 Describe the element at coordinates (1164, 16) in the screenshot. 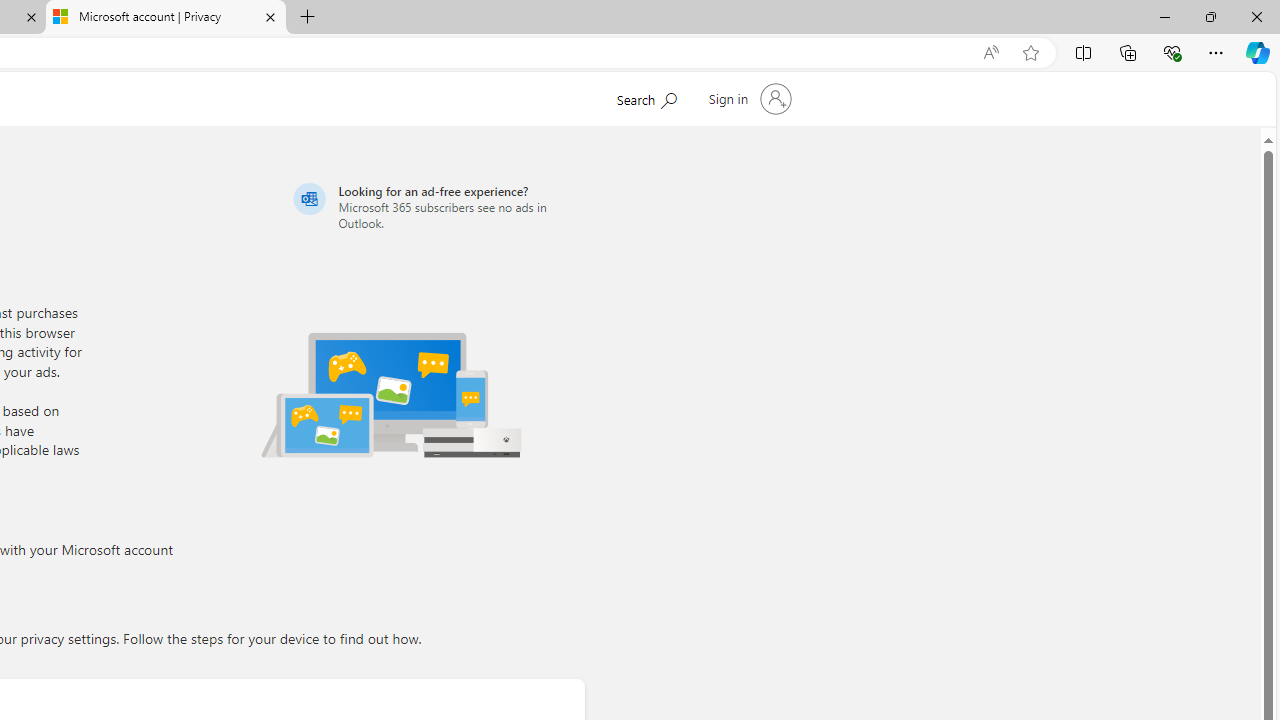

I see `'Minimize'` at that location.